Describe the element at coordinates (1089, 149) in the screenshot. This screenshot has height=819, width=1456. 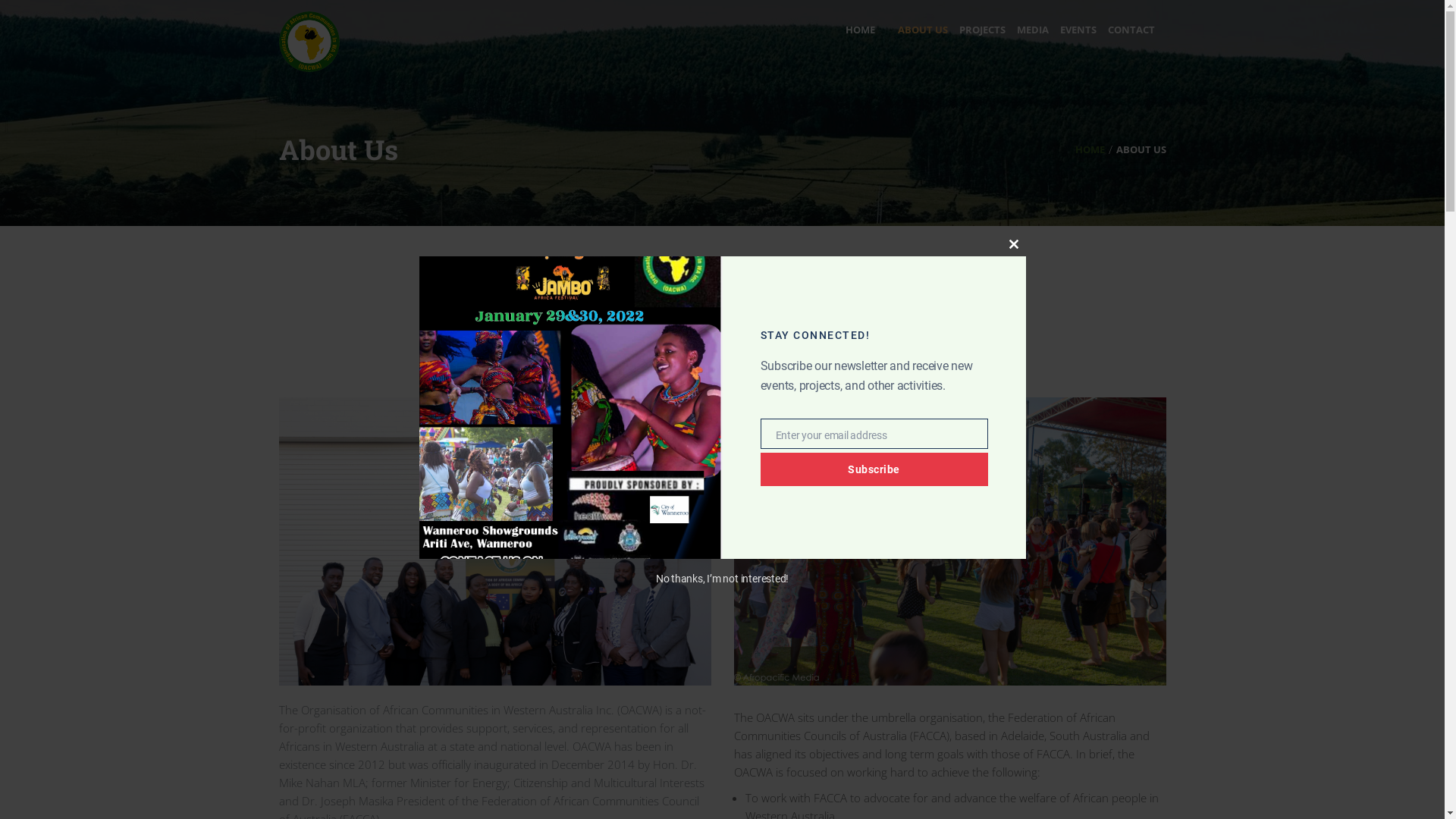
I see `'HOME'` at that location.